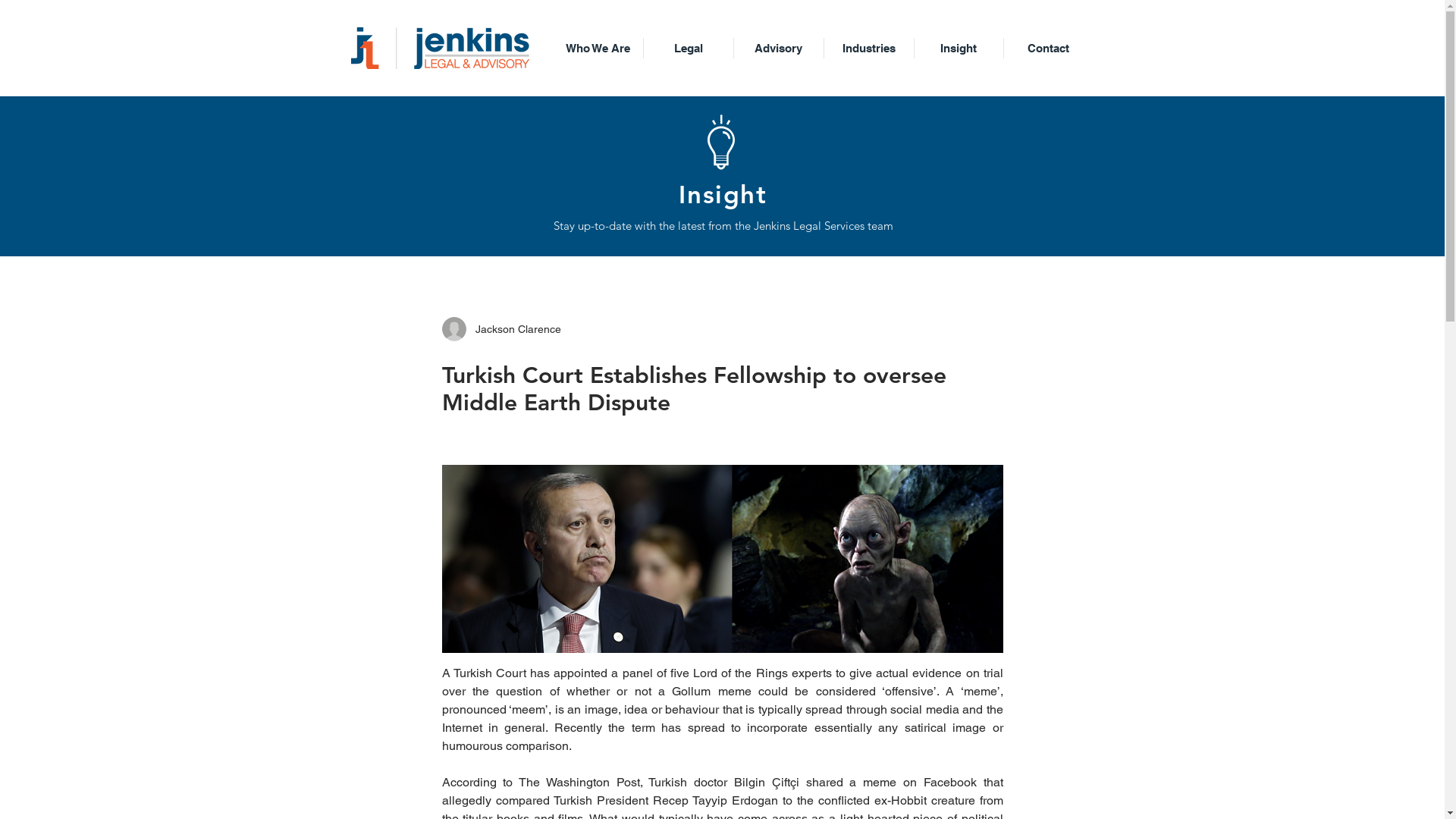  What do you see at coordinates (596, 47) in the screenshot?
I see `'Who We Are'` at bounding box center [596, 47].